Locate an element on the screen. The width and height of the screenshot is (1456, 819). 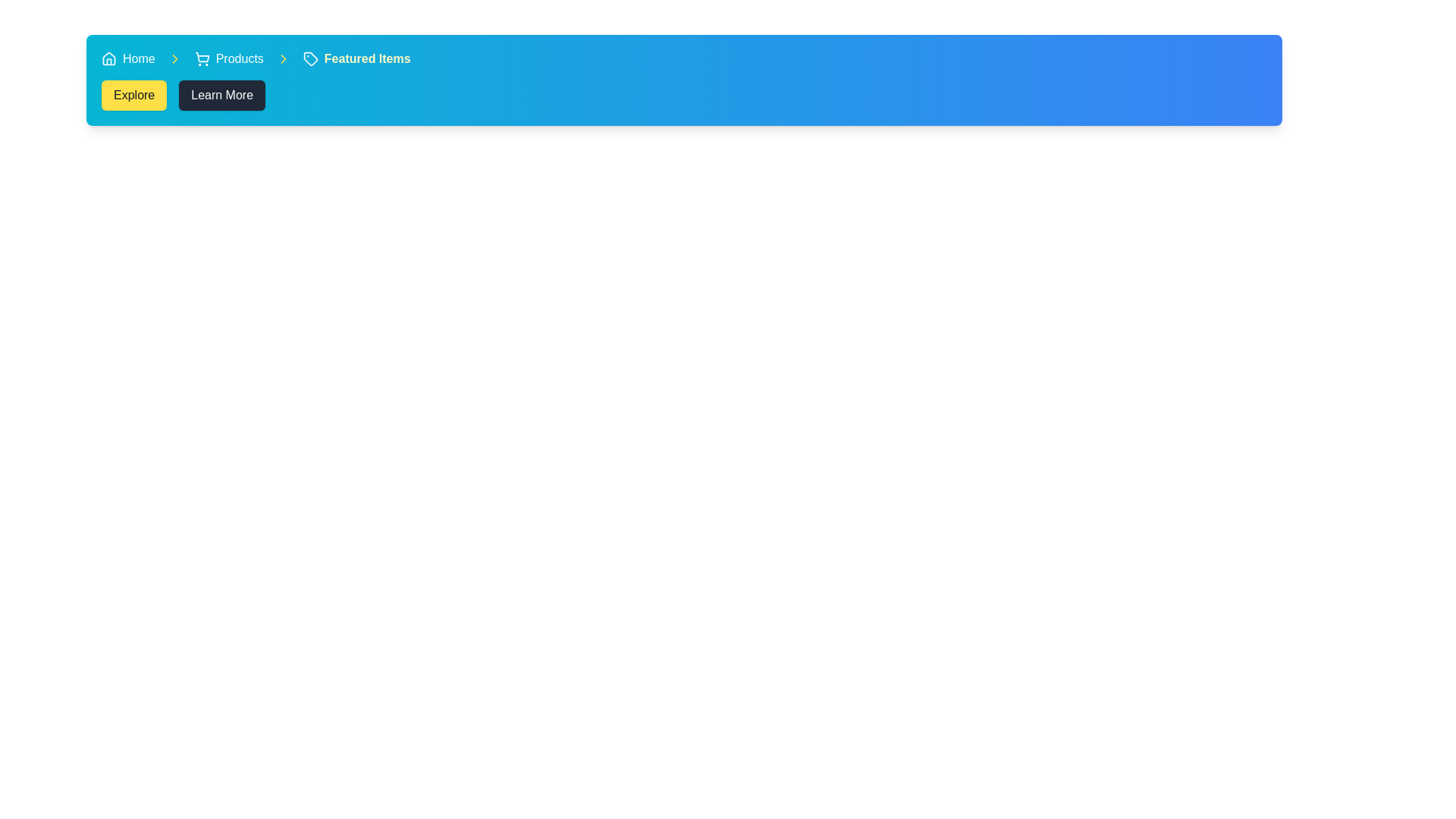
the decorative right-facing chevron icon in the breadcrumb navigation bar, which is styled in vibrant yellow and situated between 'Products' and 'Featured Items' is located at coordinates (283, 58).